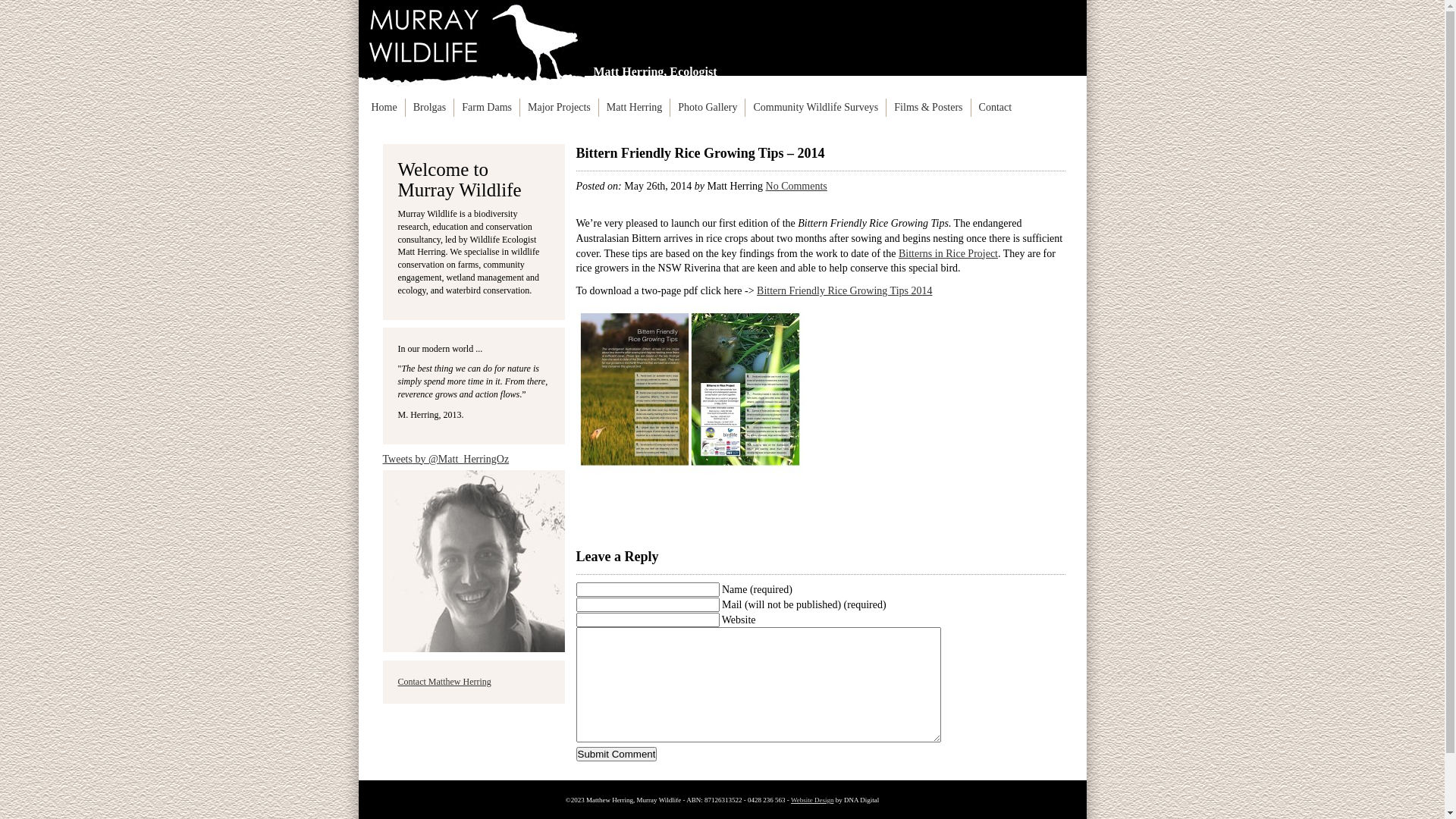 The width and height of the screenshot is (1456, 819). Describe the element at coordinates (634, 107) in the screenshot. I see `'Matt Herring'` at that location.